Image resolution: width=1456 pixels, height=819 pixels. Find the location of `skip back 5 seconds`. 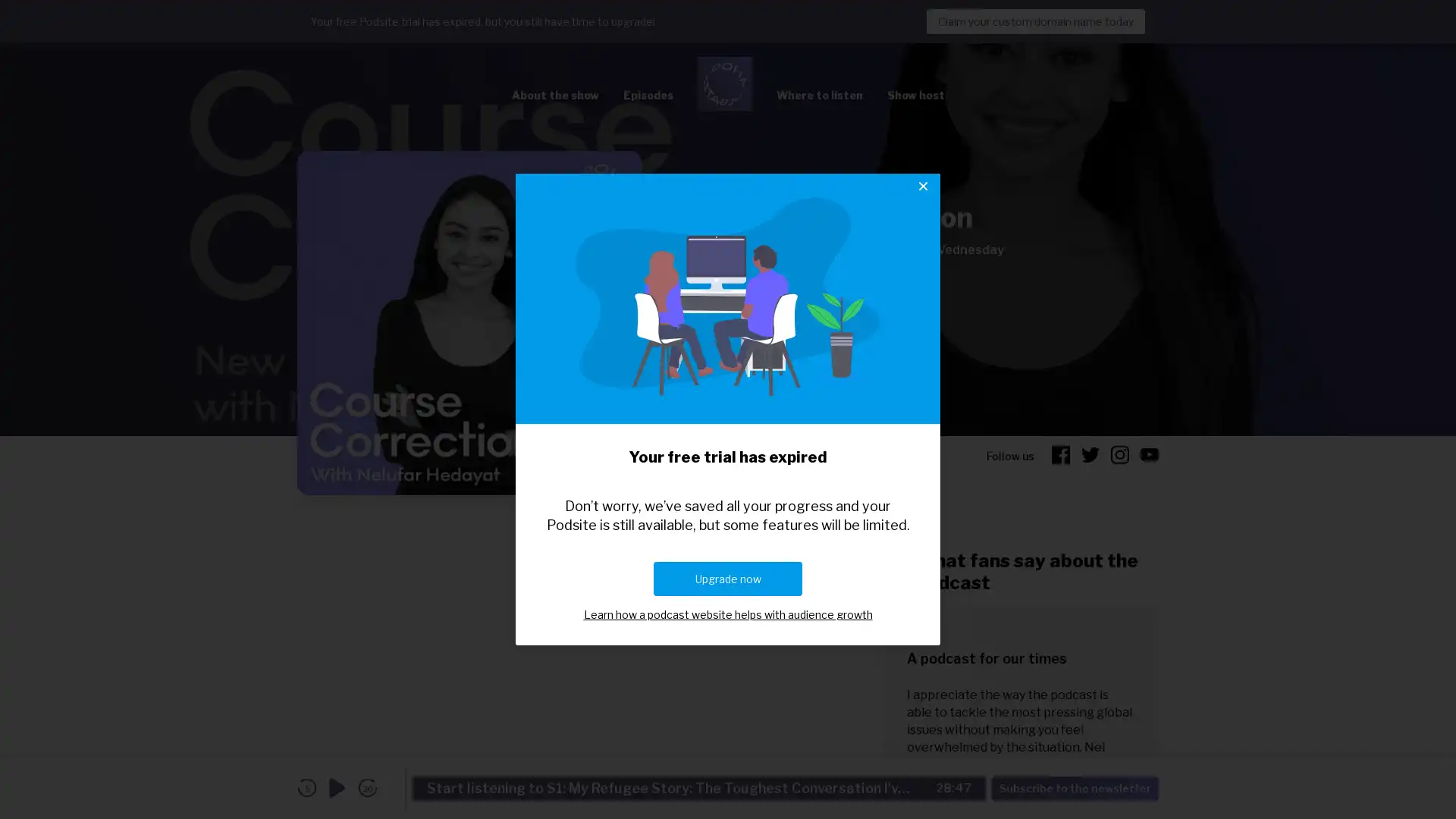

skip back 5 seconds is located at coordinates (306, 787).